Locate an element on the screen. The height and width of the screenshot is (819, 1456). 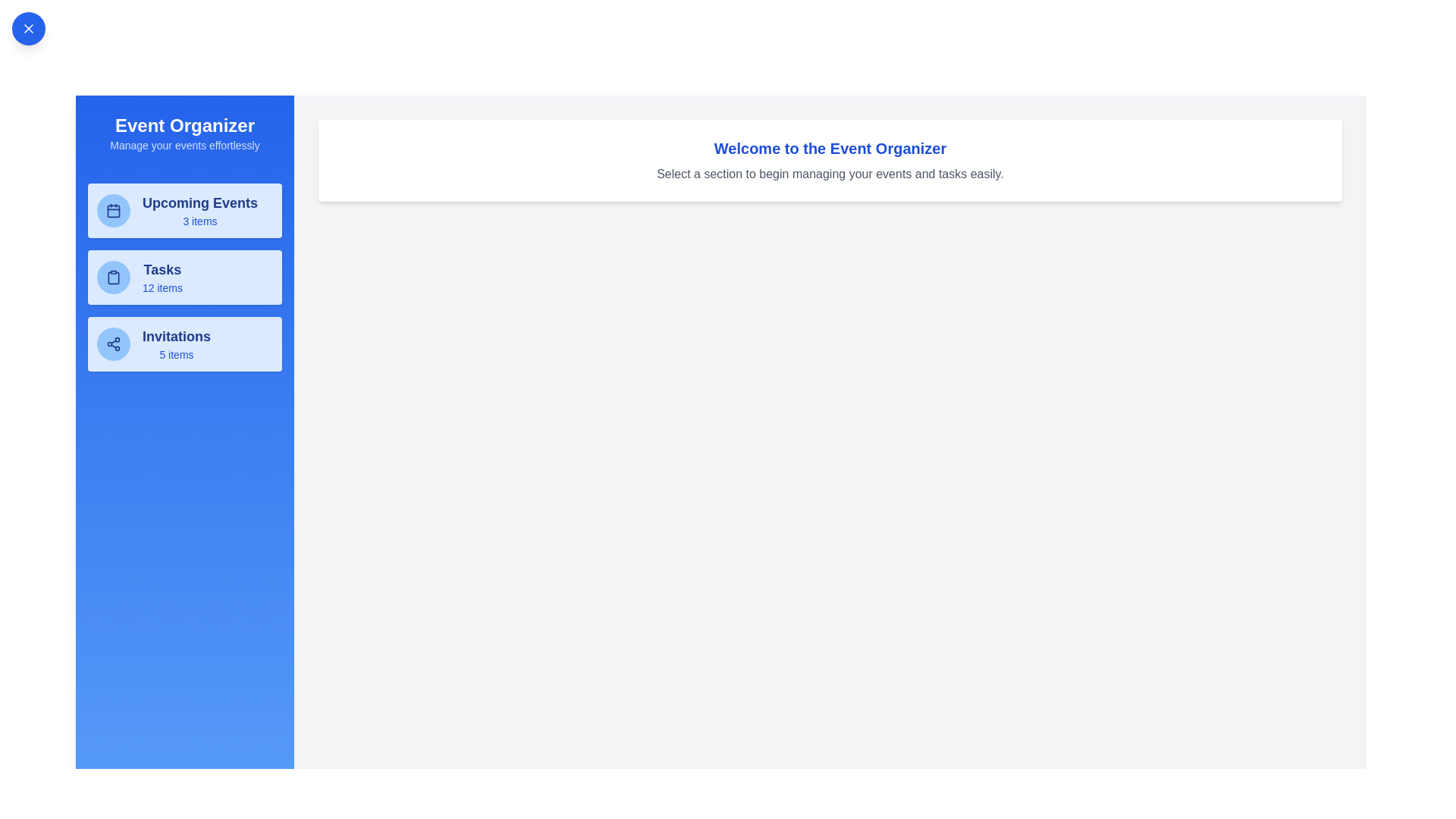
the 'Upcoming Events' card to navigate to the 'Upcoming Events' section is located at coordinates (184, 210).